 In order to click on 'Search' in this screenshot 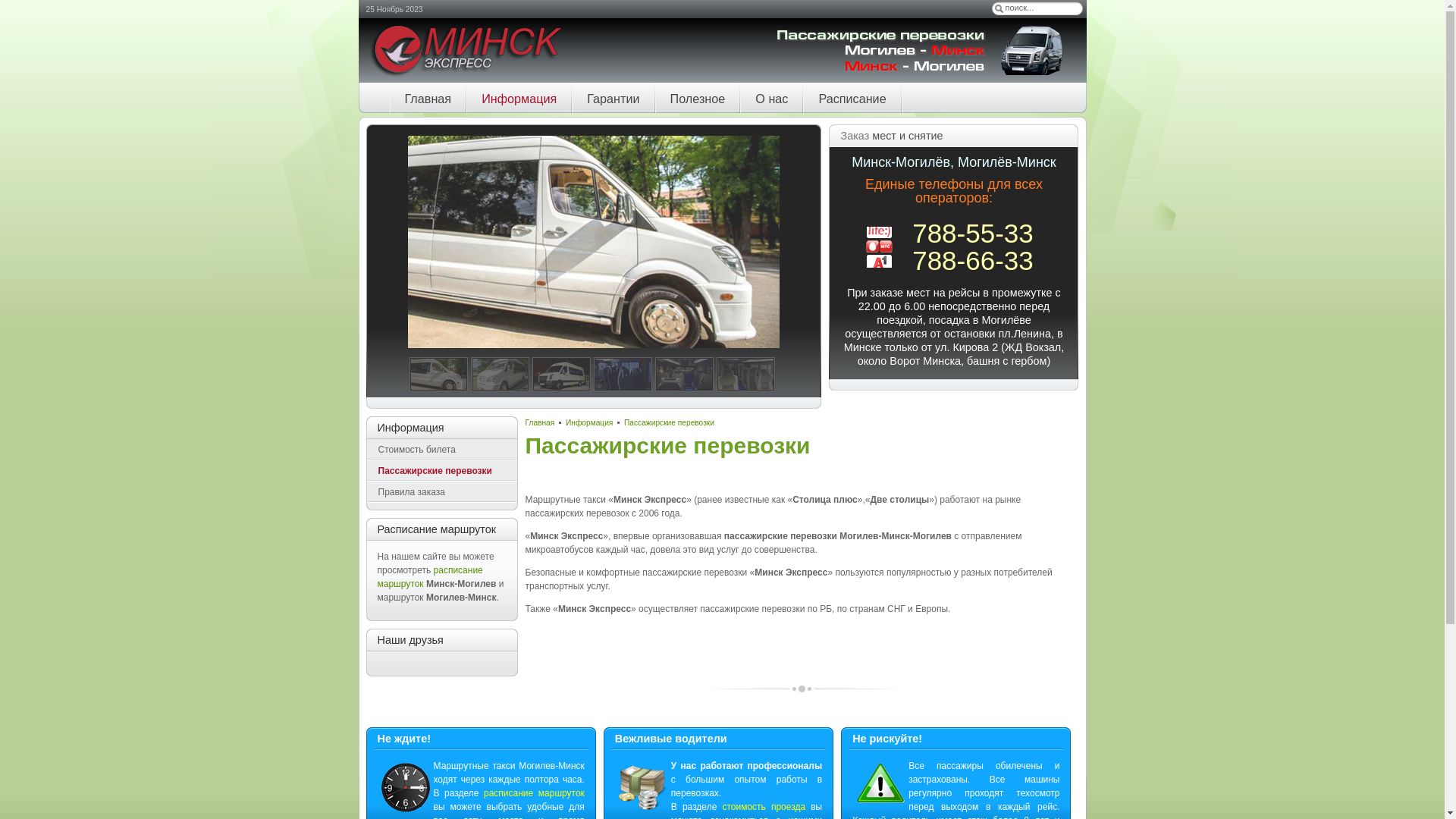, I will do `click(998, 8)`.